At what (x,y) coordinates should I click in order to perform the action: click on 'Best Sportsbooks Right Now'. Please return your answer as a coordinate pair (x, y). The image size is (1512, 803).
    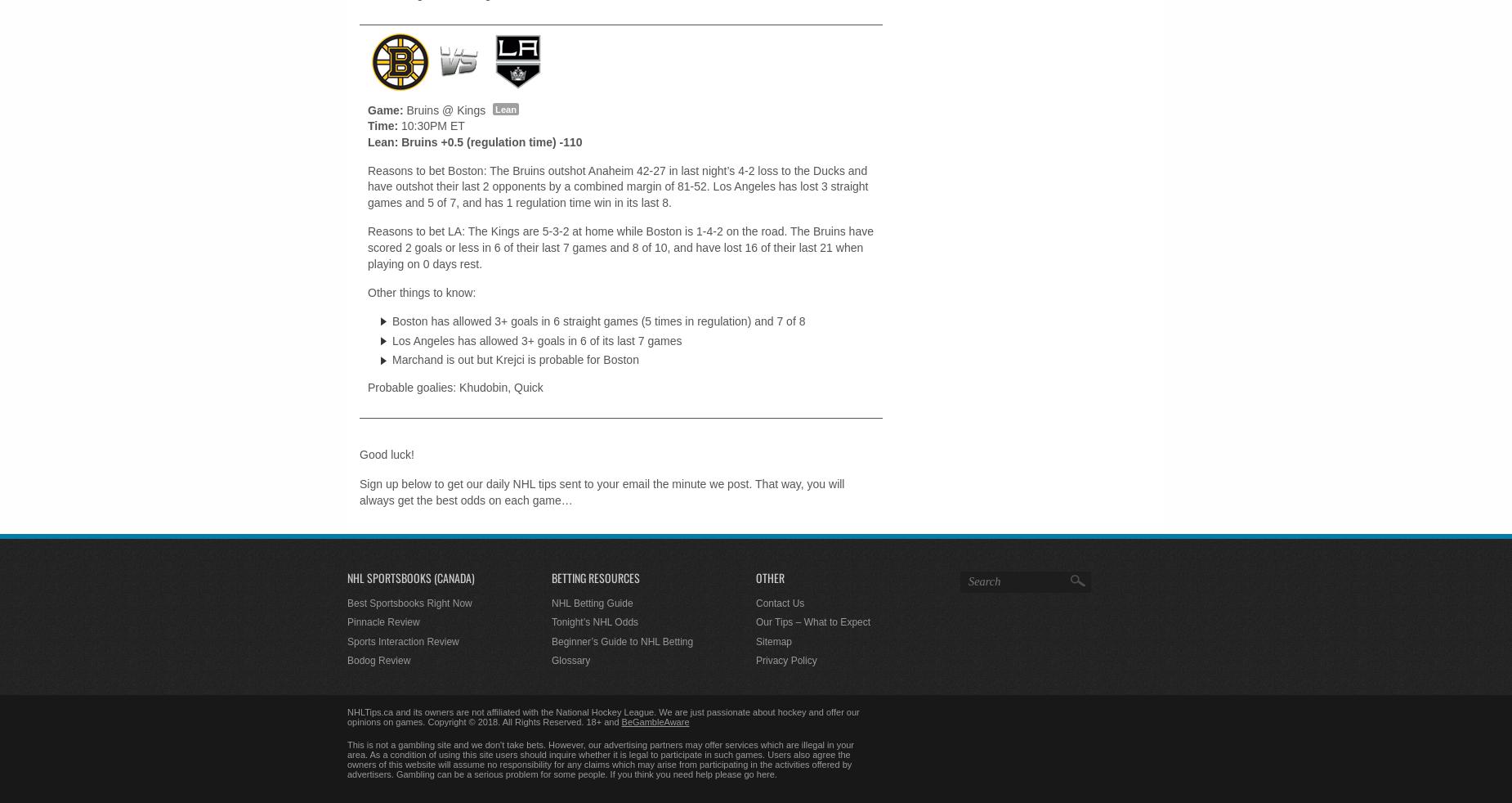
    Looking at the image, I should click on (409, 601).